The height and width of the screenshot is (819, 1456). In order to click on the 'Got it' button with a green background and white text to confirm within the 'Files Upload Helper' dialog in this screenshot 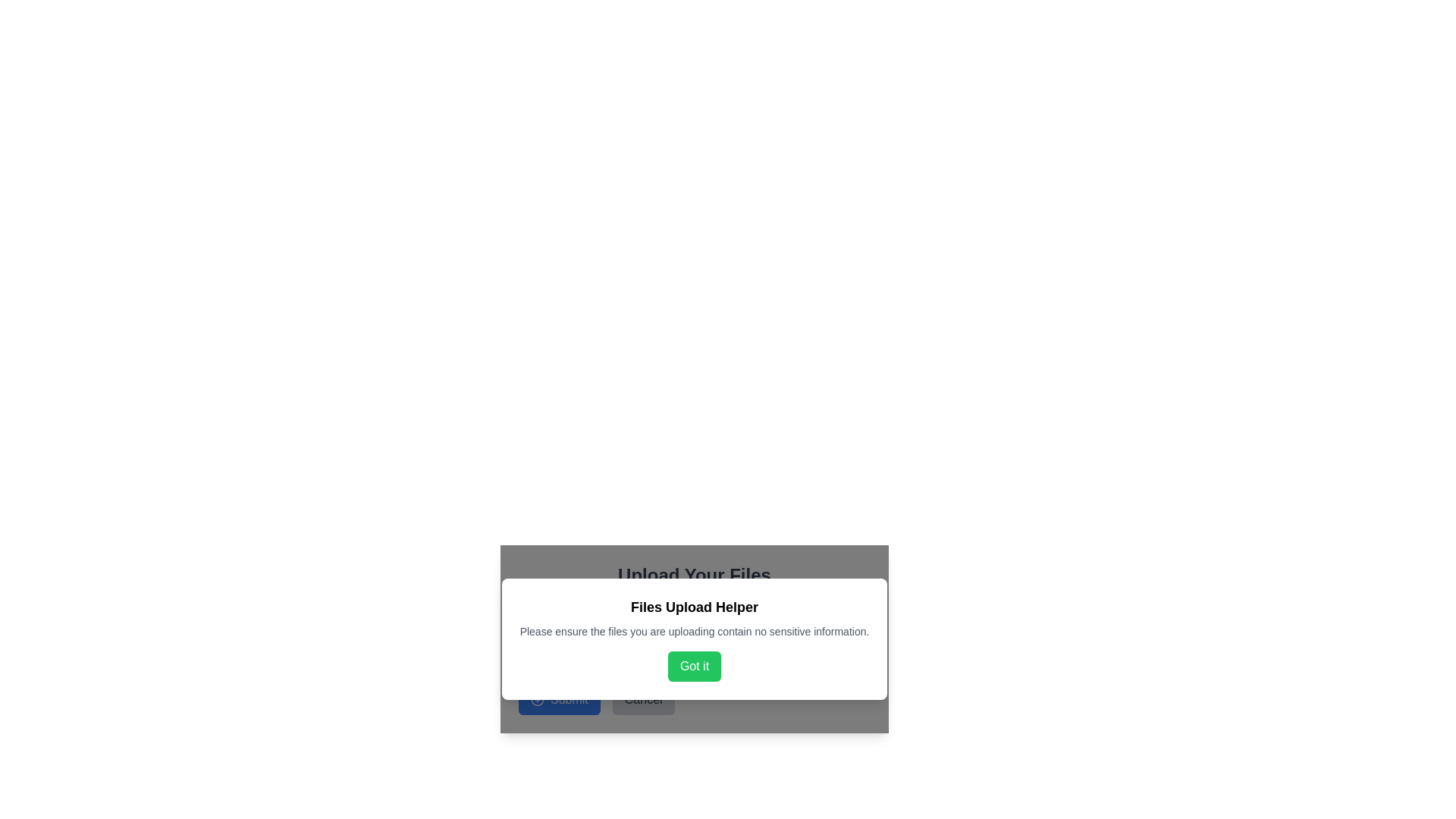, I will do `click(694, 666)`.